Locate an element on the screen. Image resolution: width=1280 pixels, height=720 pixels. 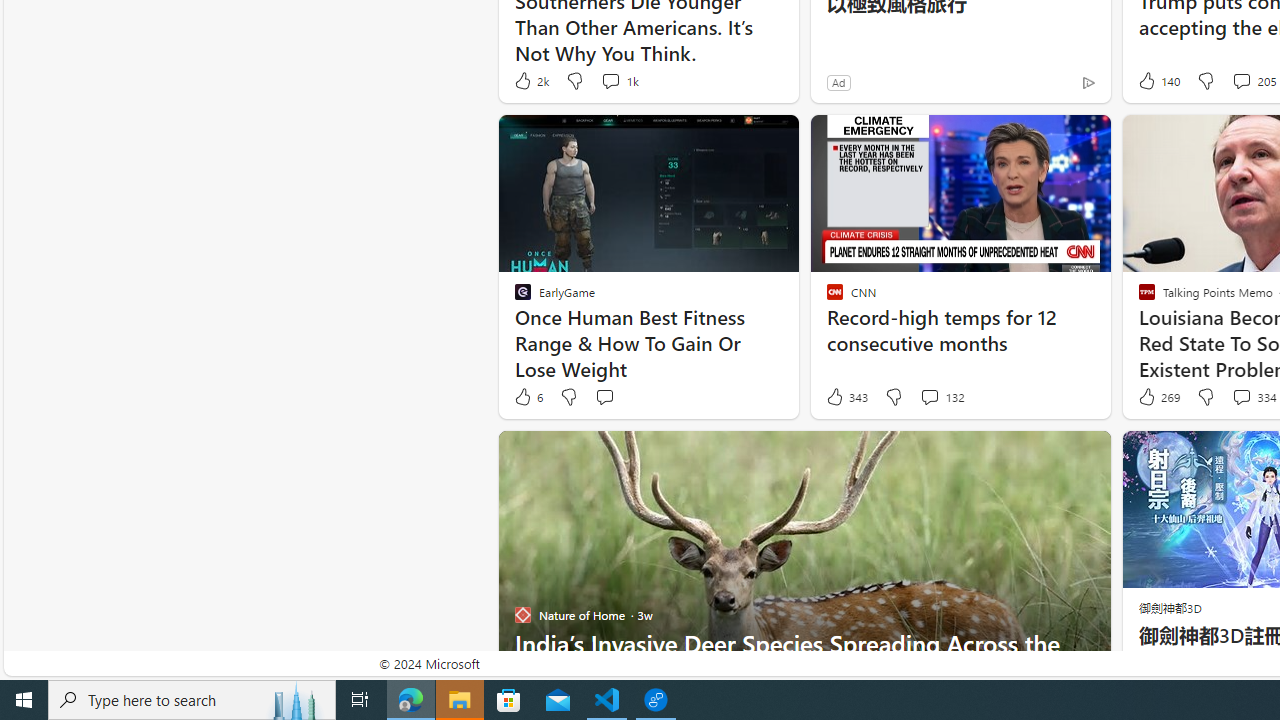
'View comments 205 Comment' is located at coordinates (1240, 80).